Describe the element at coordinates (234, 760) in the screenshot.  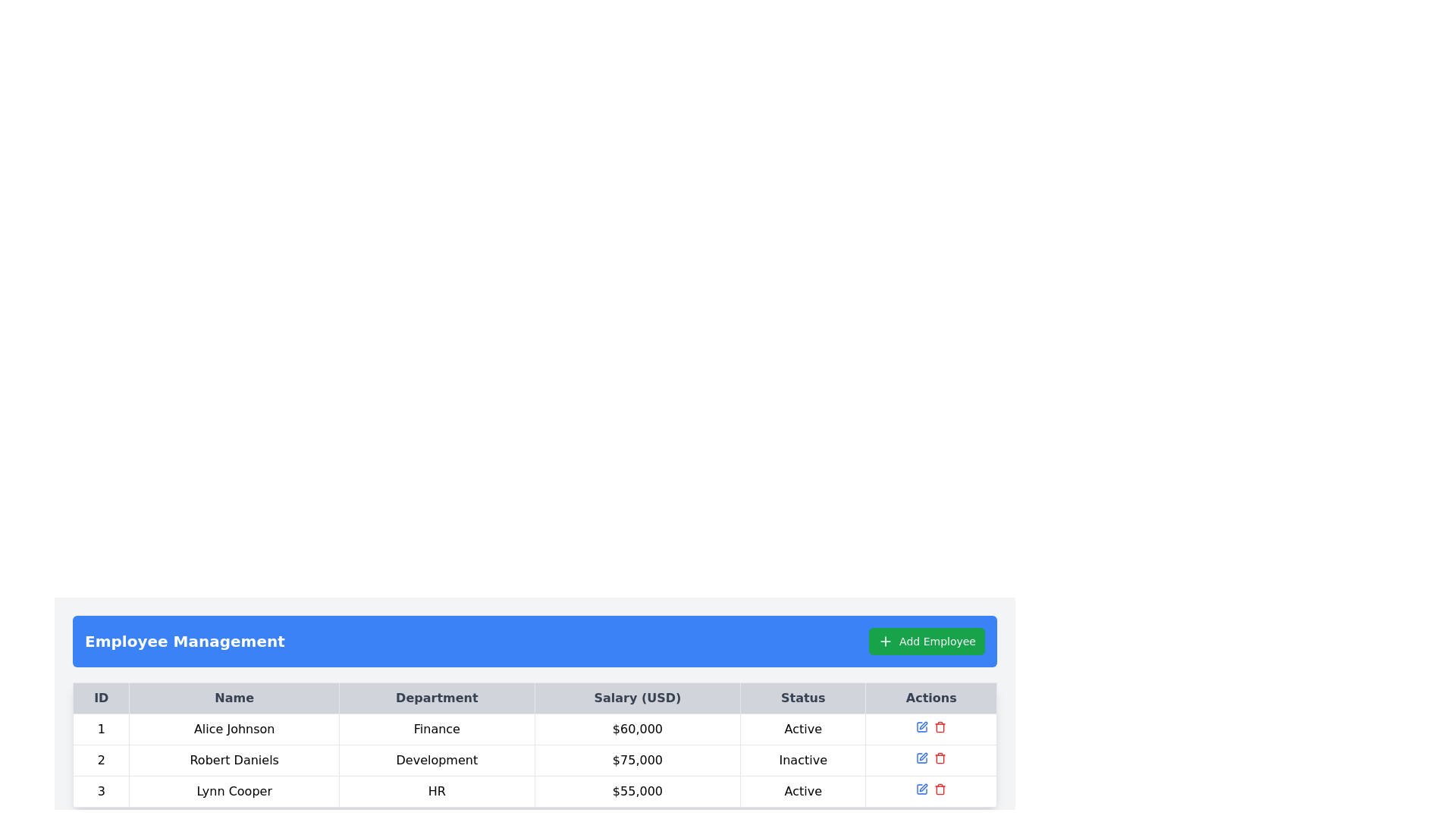
I see `the static text label indicating the name 'Robert Daniels' in the second row of the table under the 'Name' column` at that location.